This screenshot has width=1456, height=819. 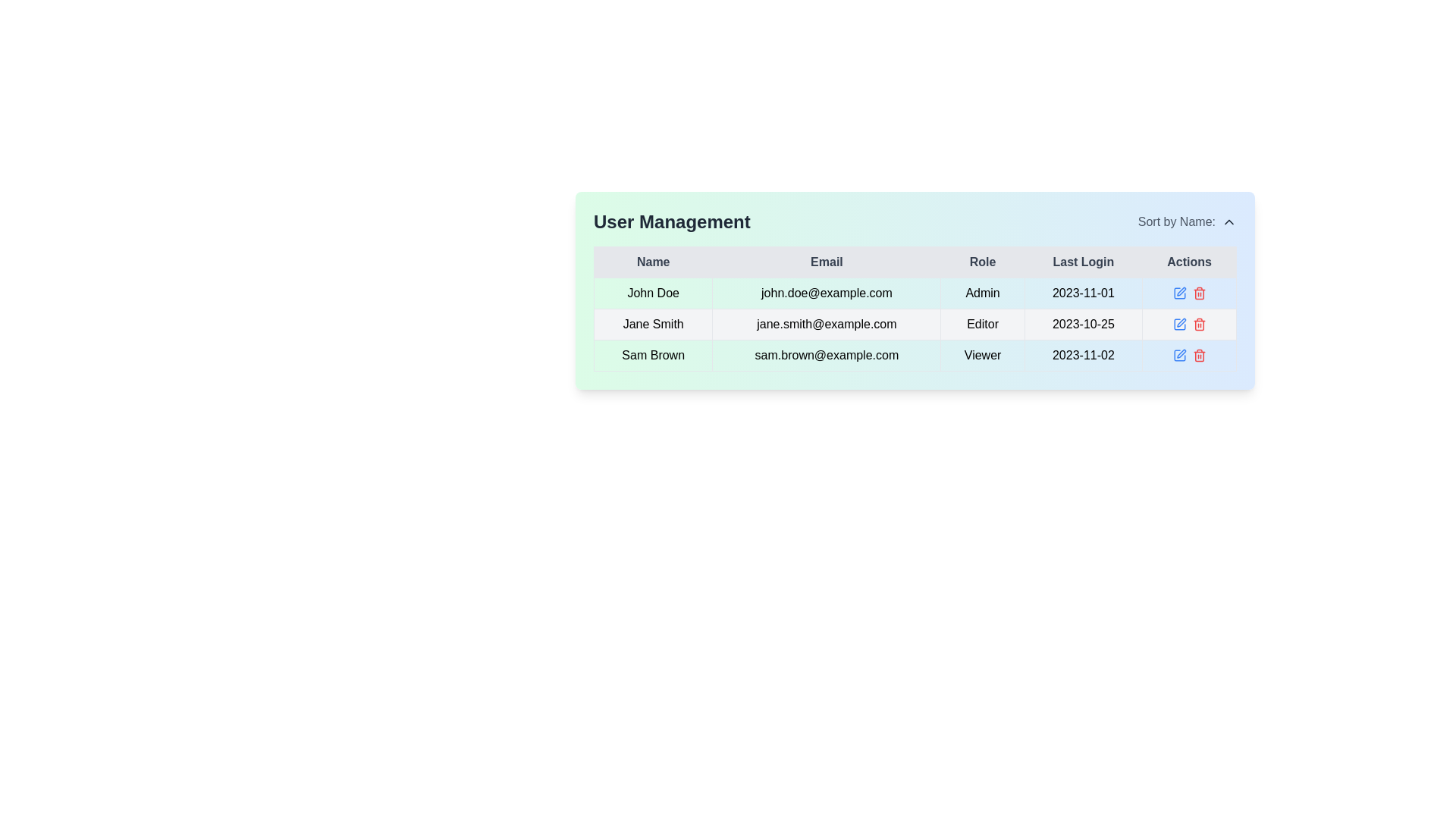 What do you see at coordinates (1186, 222) in the screenshot?
I see `the upward-pointing caret icon in the 'Sort by Name:' label to change the sorting order` at bounding box center [1186, 222].